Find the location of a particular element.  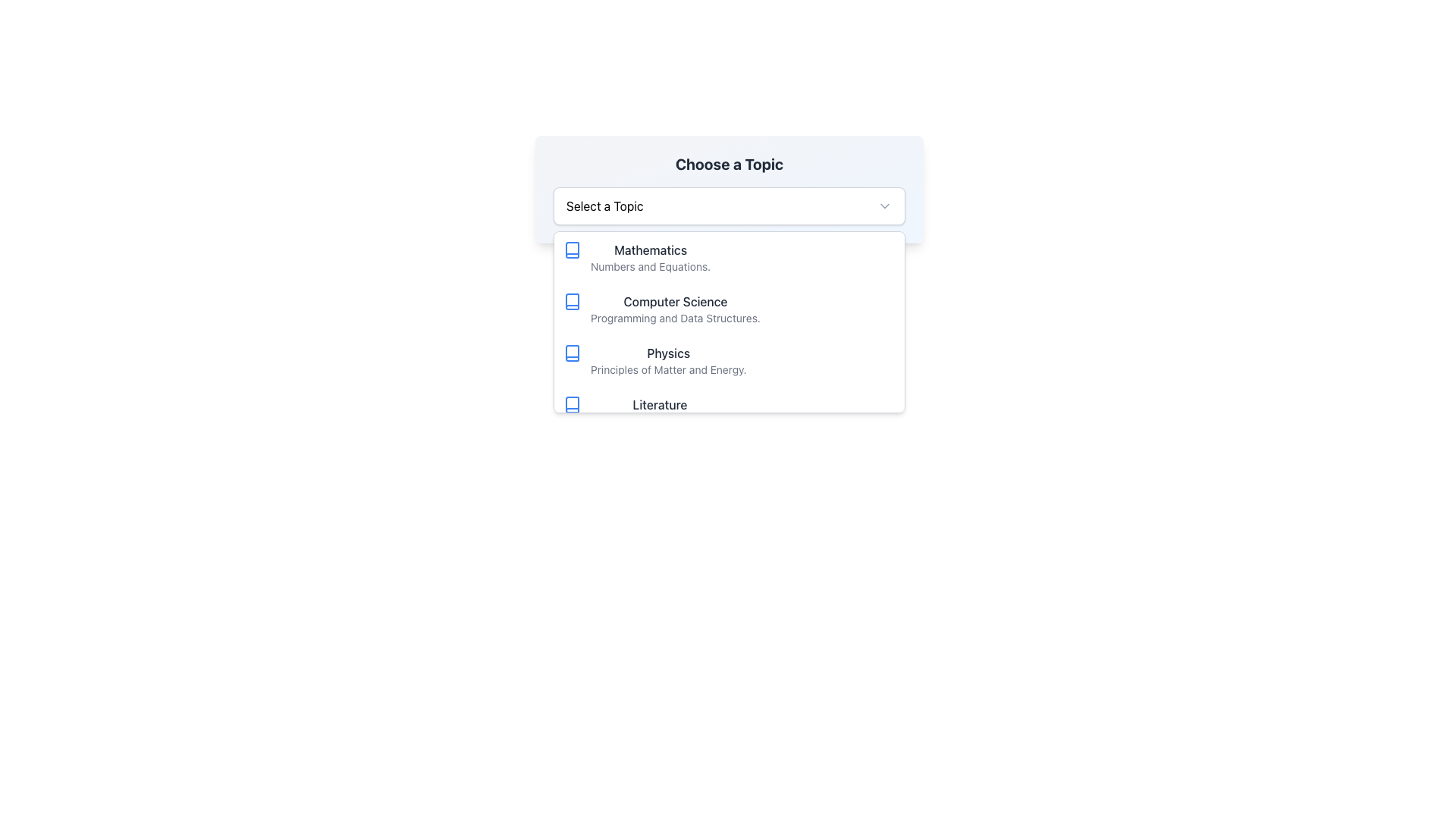

the fourth item in the dropdown menu that allows selection of 'Literature' as a topic, which includes the description 'Classics and Modern Works.' is located at coordinates (660, 412).